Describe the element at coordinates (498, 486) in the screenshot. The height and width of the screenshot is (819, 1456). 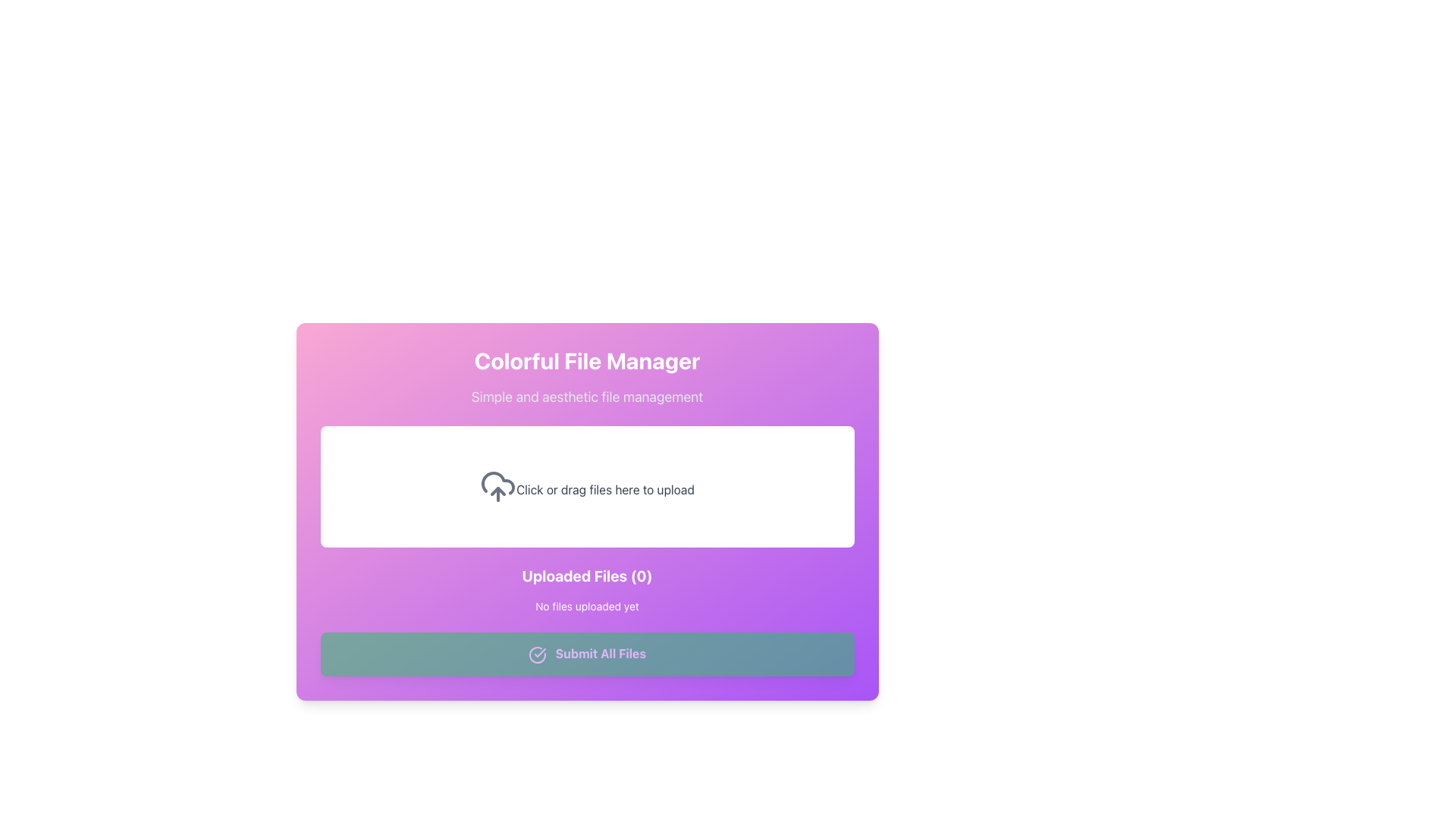
I see `the upload icon that visually represents the upload action, which is positioned slightly to the left of the text 'Click or drag files here to upload'` at that location.